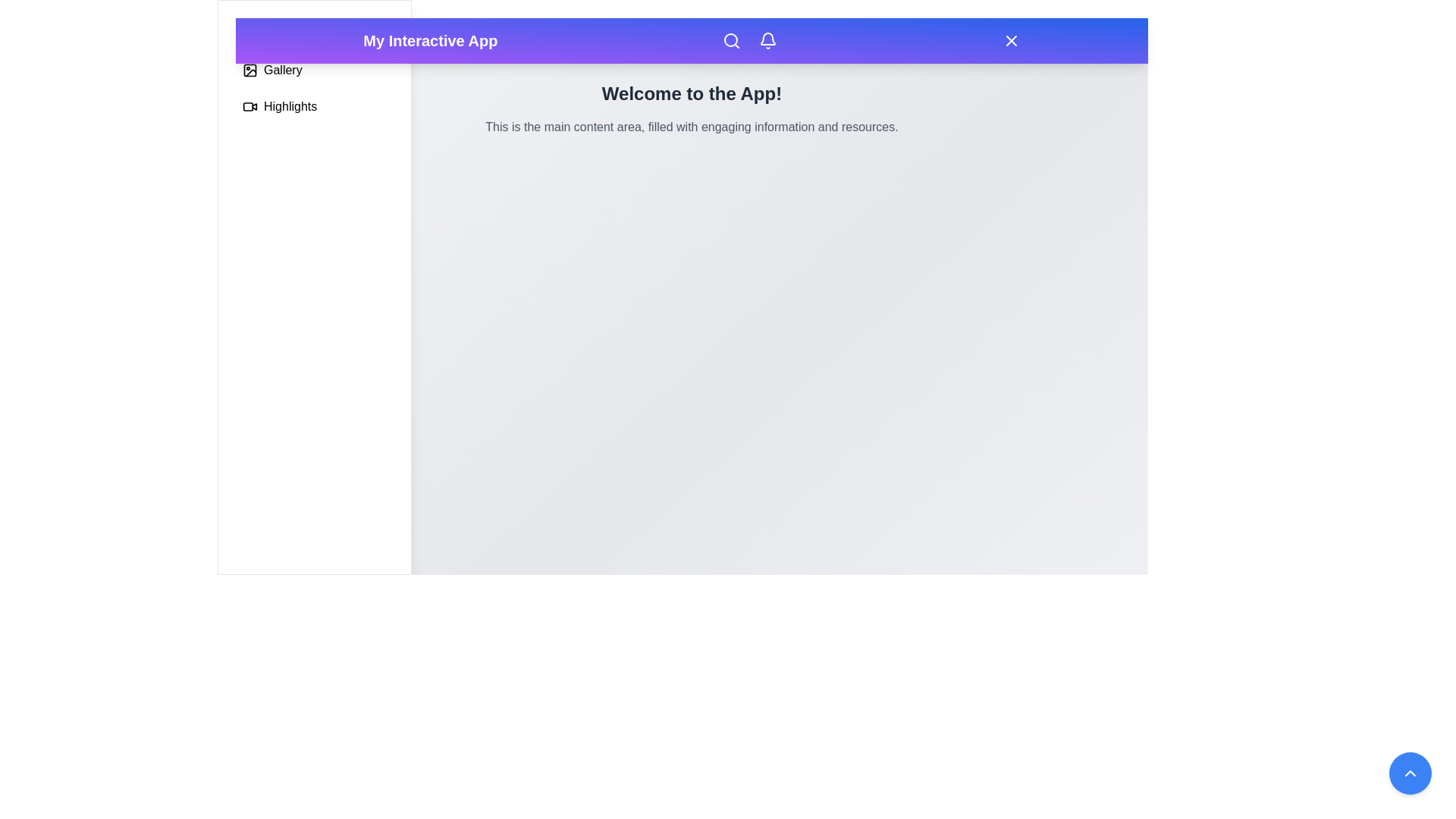 This screenshot has height=819, width=1456. What do you see at coordinates (313, 106) in the screenshot?
I see `the 'Highlights' menu item, which is the bottommost option in the vertical navigation panel and follows the 'Gallery' section` at bounding box center [313, 106].